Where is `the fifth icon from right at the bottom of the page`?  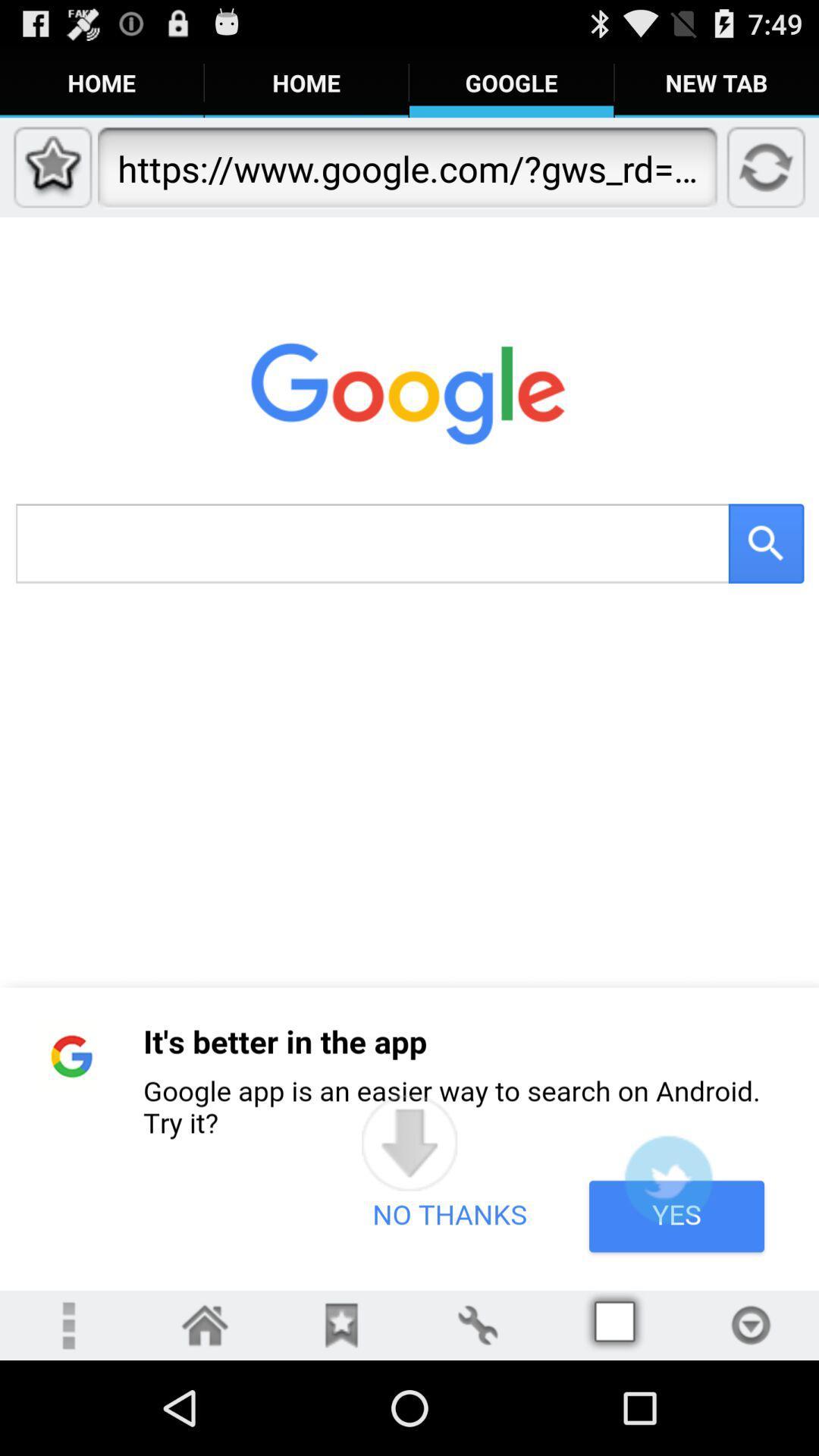 the fifth icon from right at the bottom of the page is located at coordinates (614, 1324).